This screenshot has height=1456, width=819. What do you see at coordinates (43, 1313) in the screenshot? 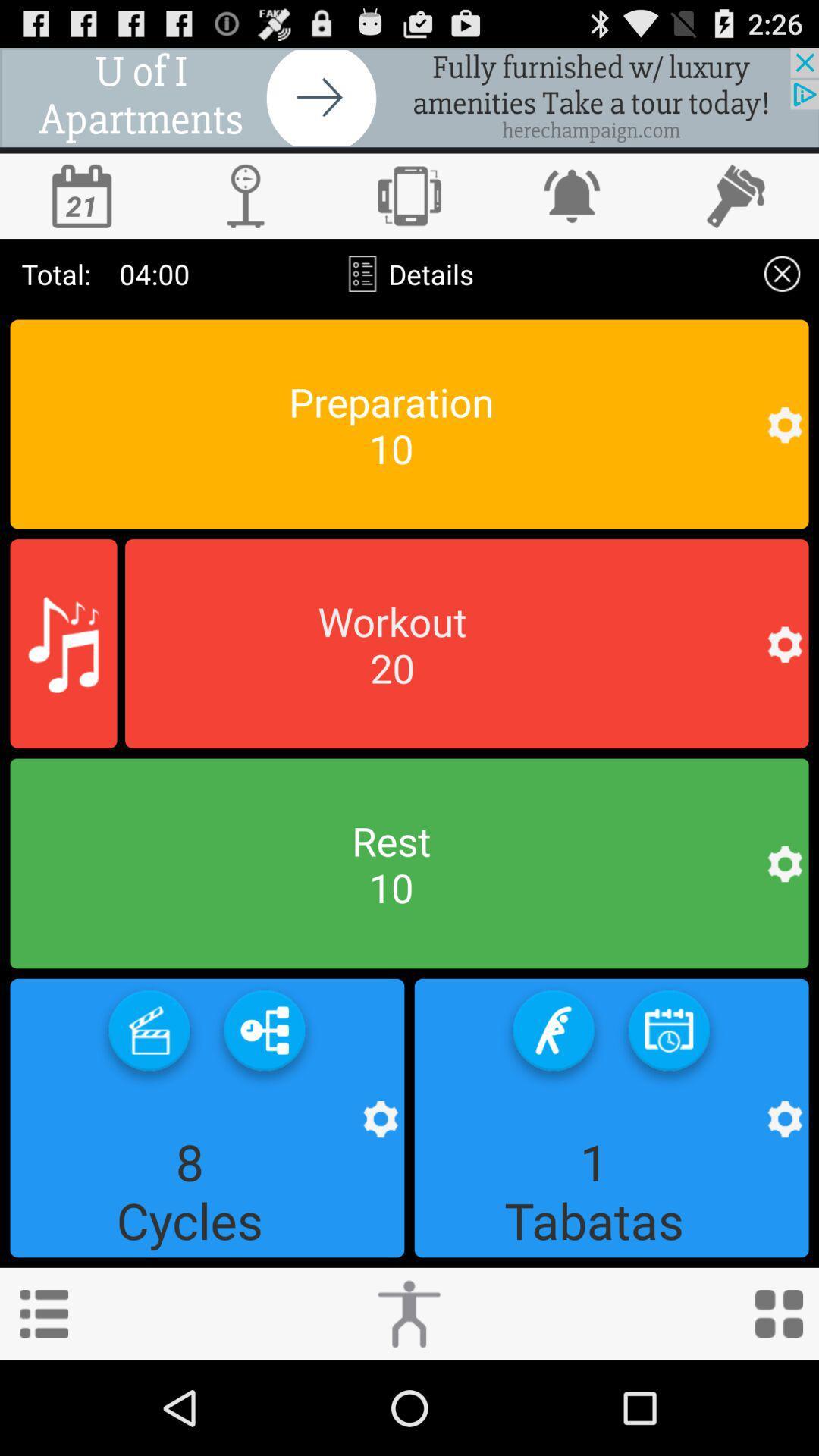
I see `menu option` at bounding box center [43, 1313].